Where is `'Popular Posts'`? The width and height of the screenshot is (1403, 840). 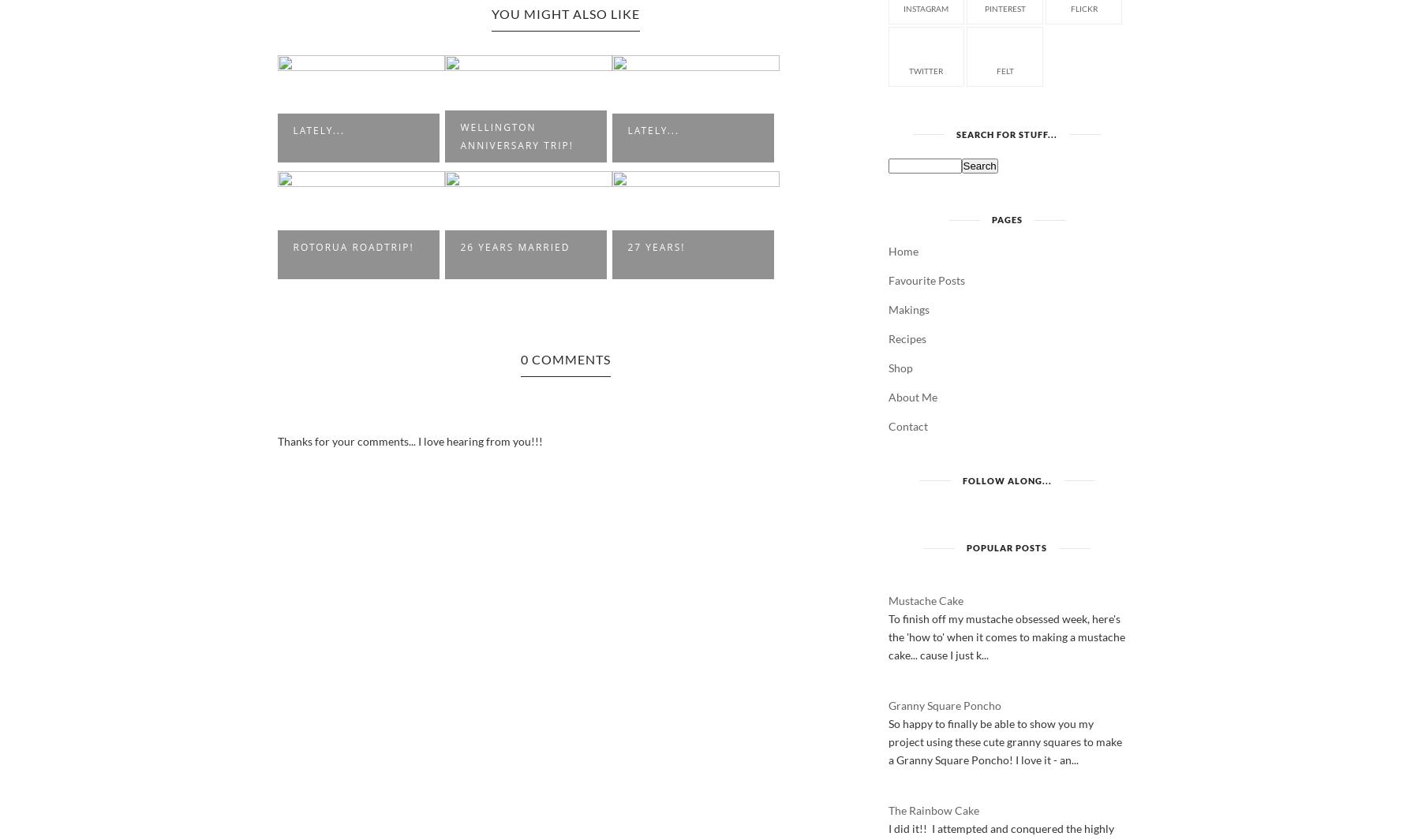
'Popular Posts' is located at coordinates (1007, 547).